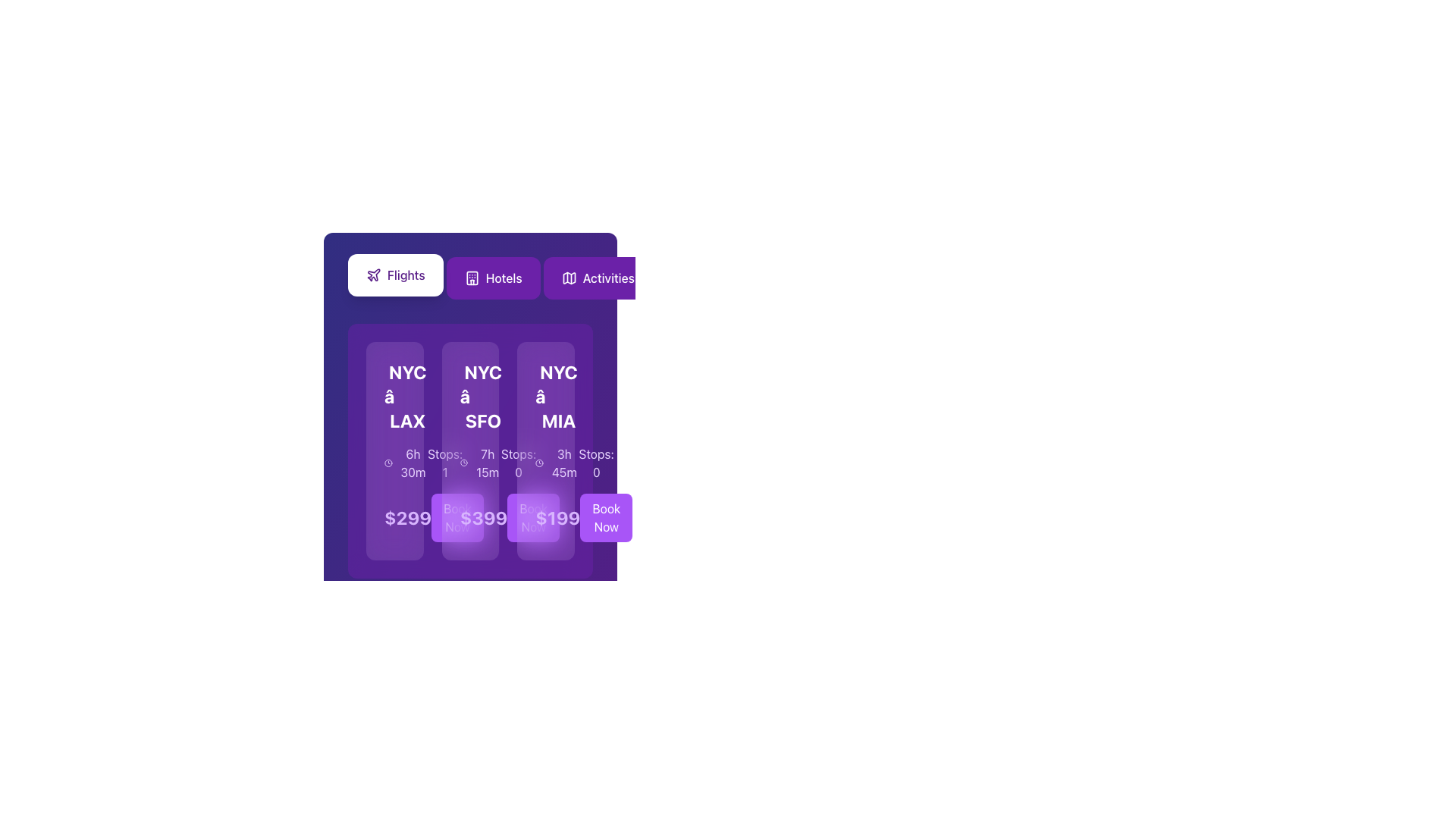 The height and width of the screenshot is (819, 1456). I want to click on the Text Label that provides information about the number of stops for a specific flight, located in the bottom section of the flight details card, so click(595, 462).